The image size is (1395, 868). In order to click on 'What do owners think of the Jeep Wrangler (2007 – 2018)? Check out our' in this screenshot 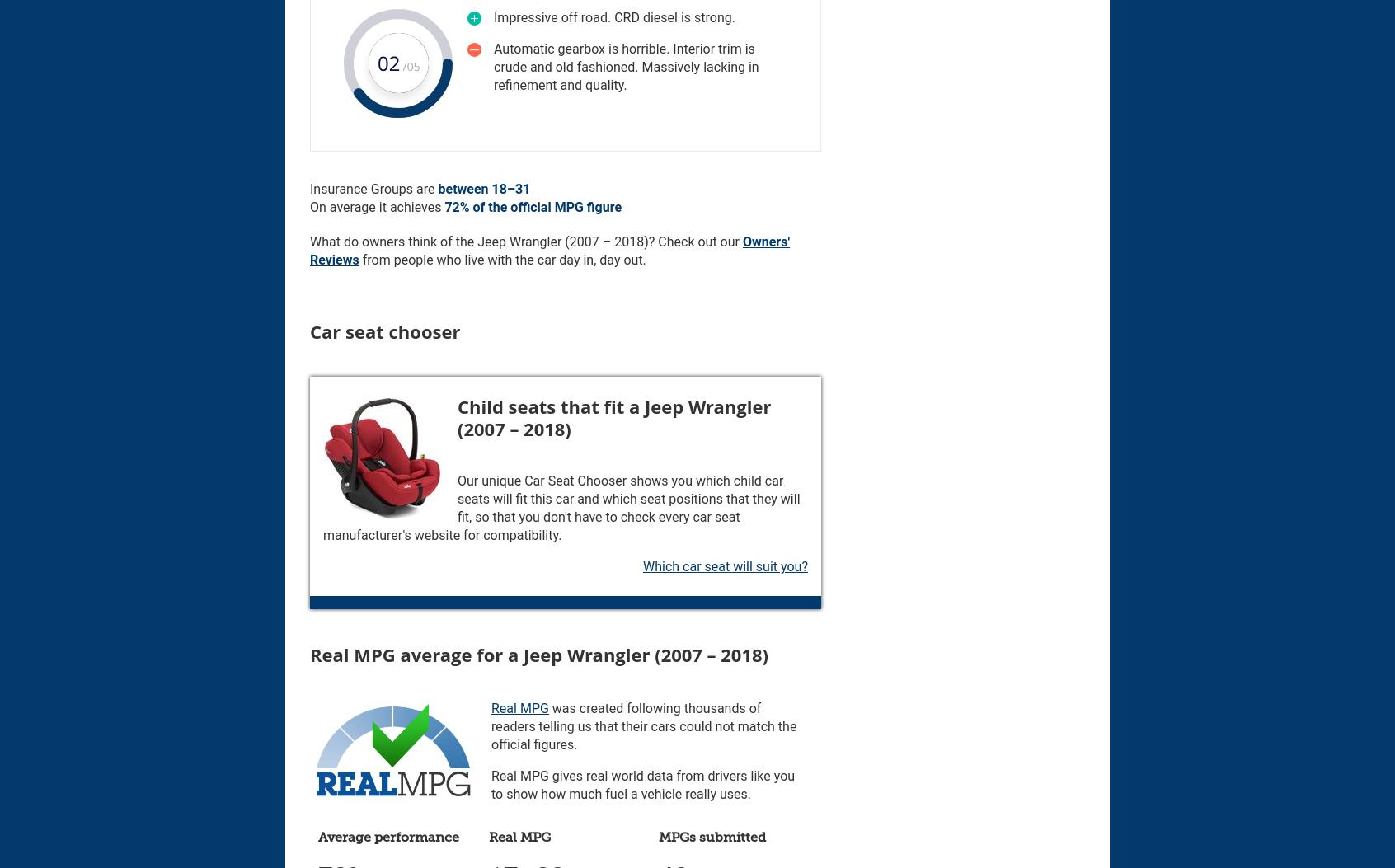, I will do `click(526, 242)`.